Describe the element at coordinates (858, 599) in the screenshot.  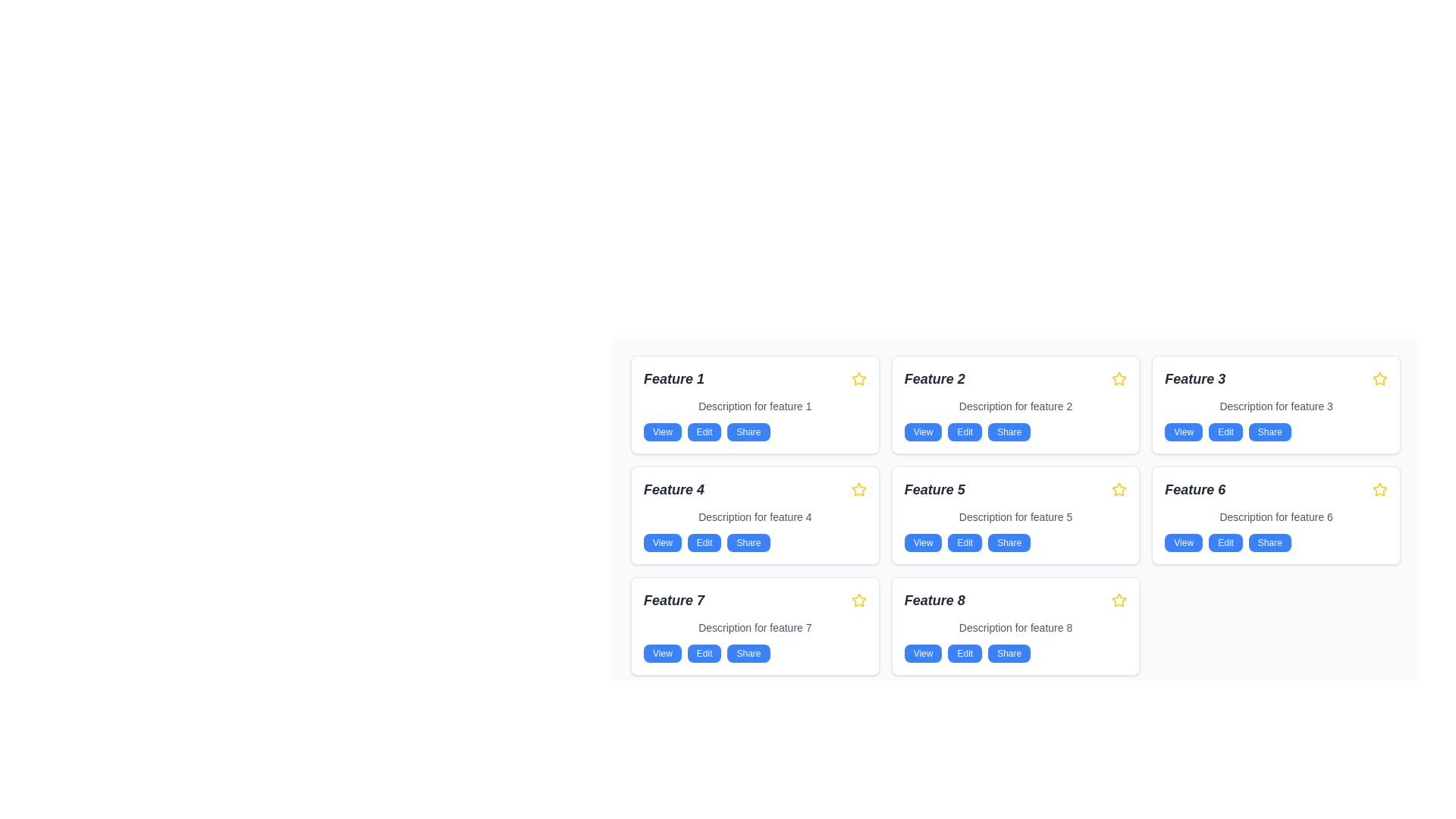
I see `the star-shaped icon located in the top-right corner of the card labeled 'Feature 7'` at that location.